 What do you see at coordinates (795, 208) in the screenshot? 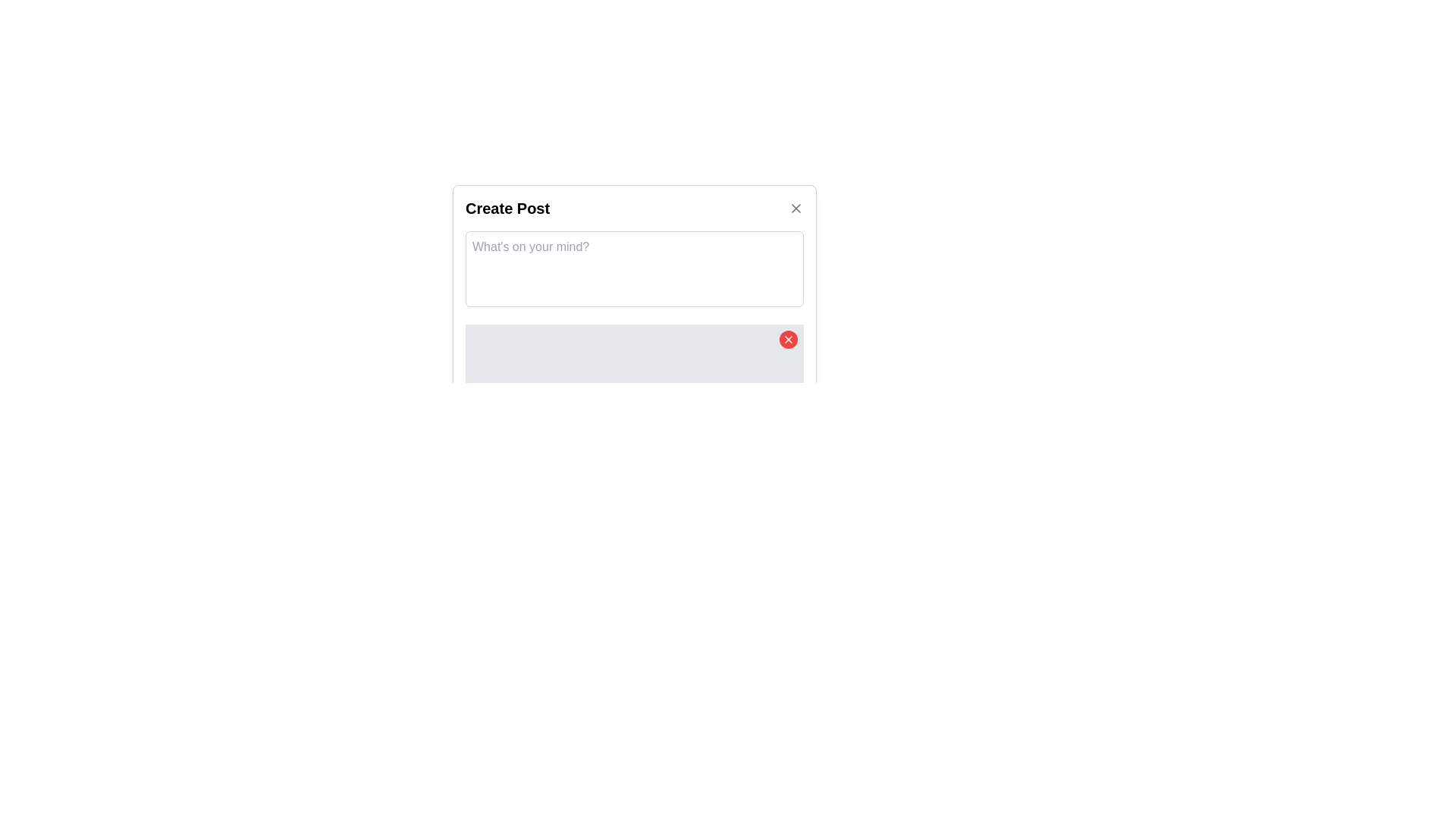
I see `the close button in the top-right corner of the 'Create Post' dialog` at bounding box center [795, 208].